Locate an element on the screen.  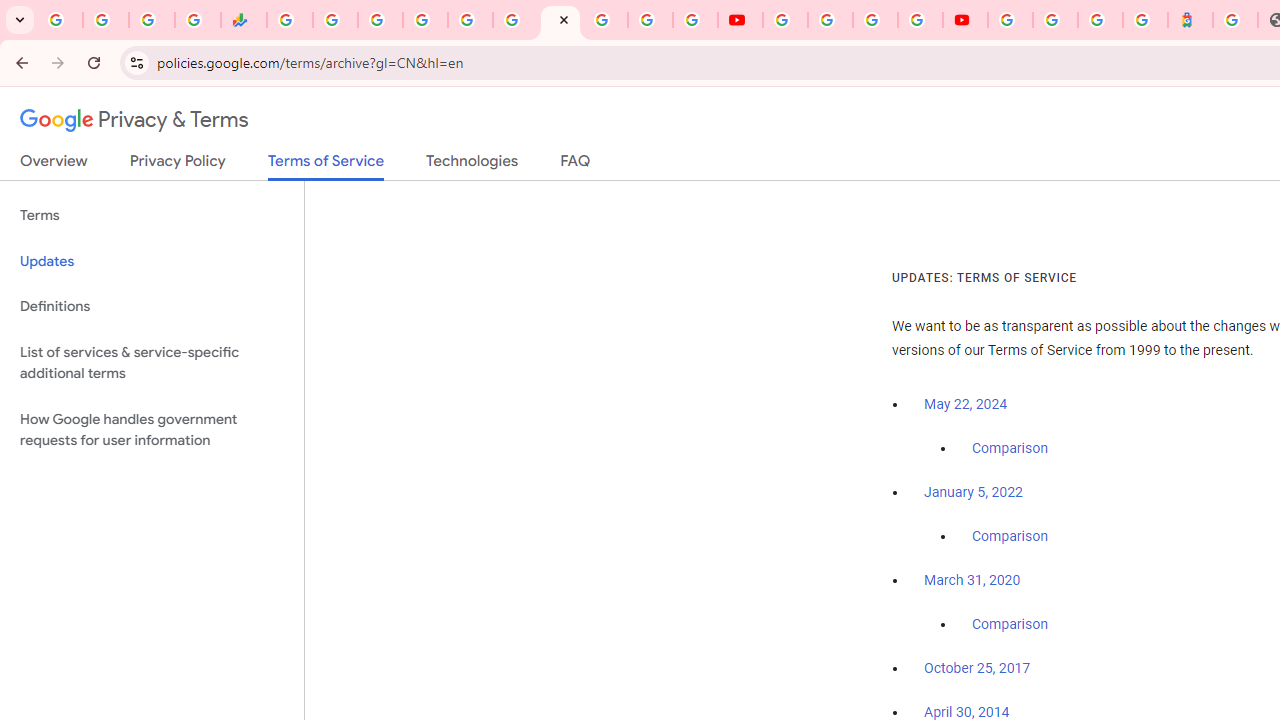
'List of services & service-specific additional terms' is located at coordinates (151, 362).